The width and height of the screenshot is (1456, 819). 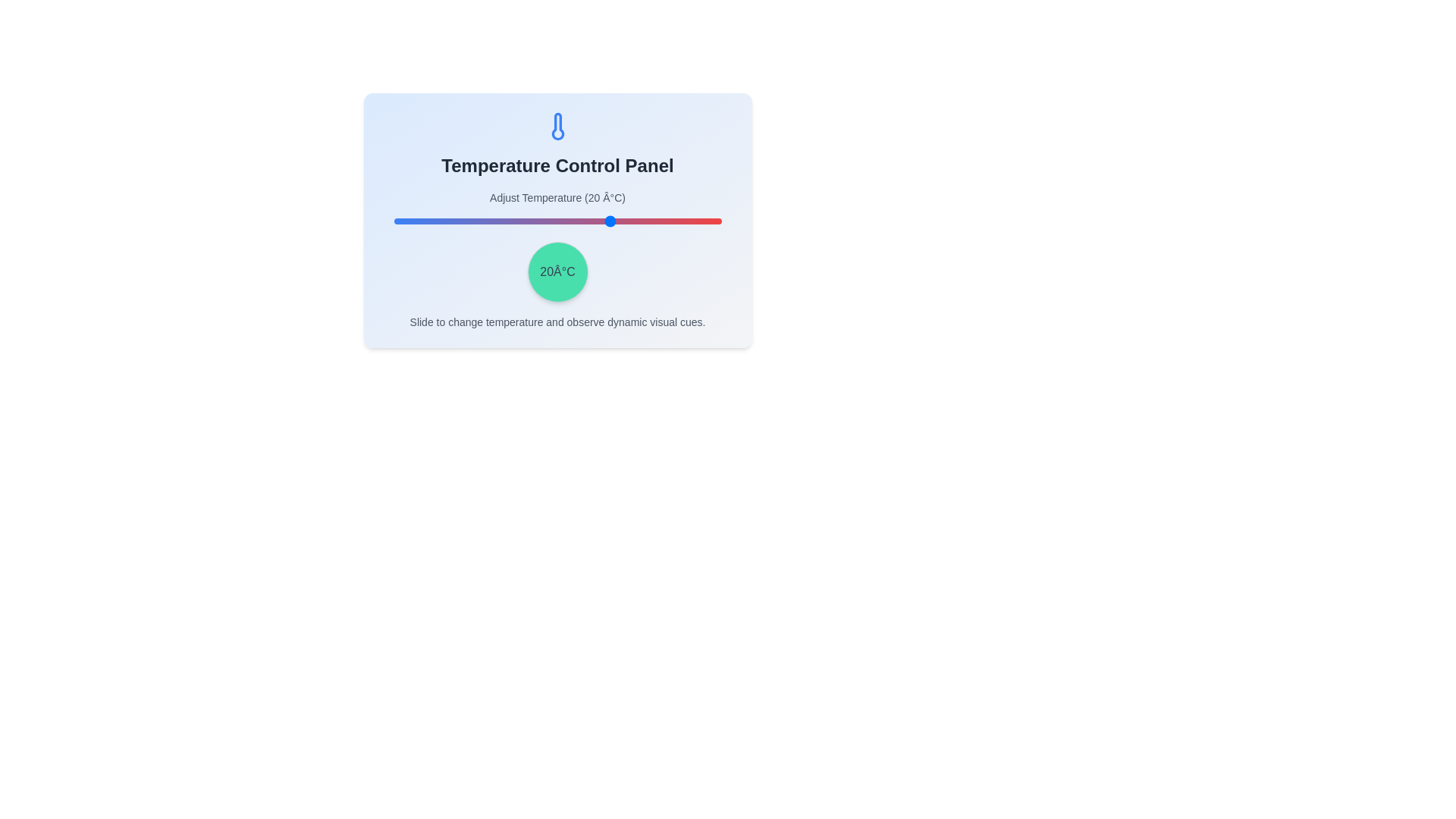 I want to click on the temperature to 49°C using the slider, so click(x=717, y=221).